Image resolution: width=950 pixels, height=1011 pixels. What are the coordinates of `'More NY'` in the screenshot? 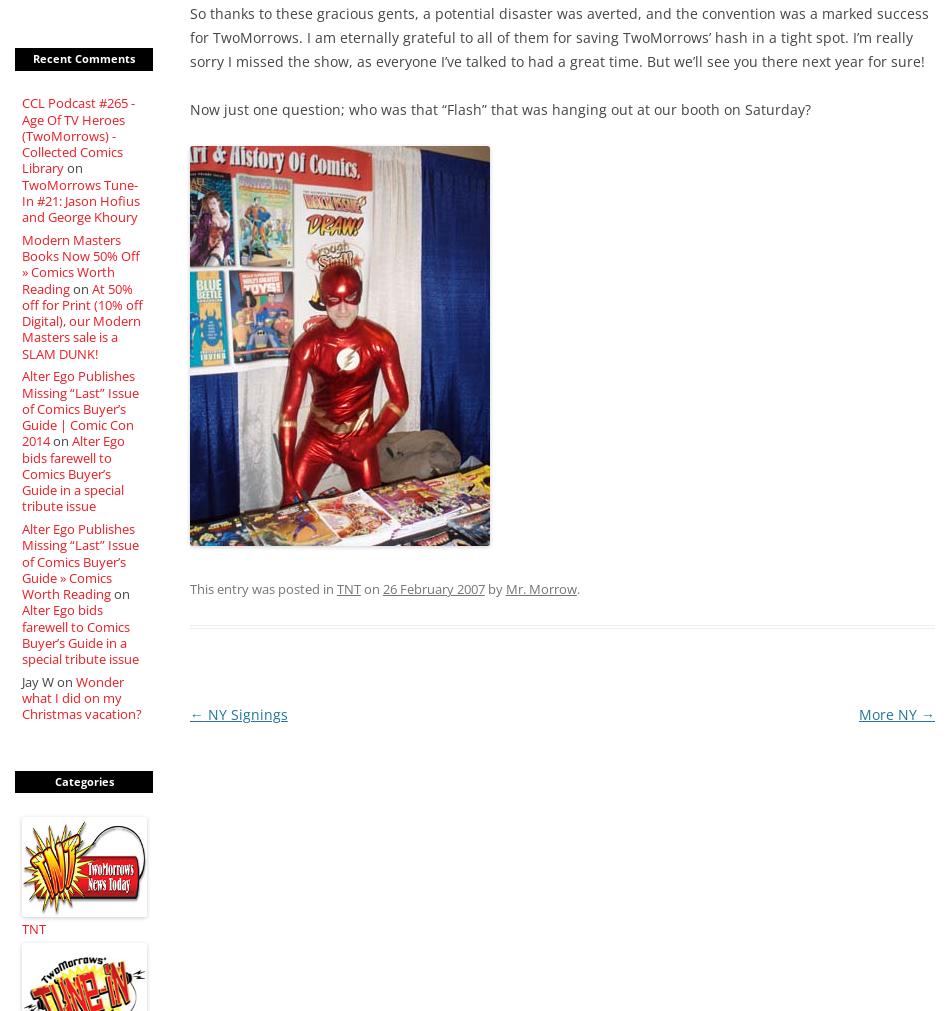 It's located at (888, 713).